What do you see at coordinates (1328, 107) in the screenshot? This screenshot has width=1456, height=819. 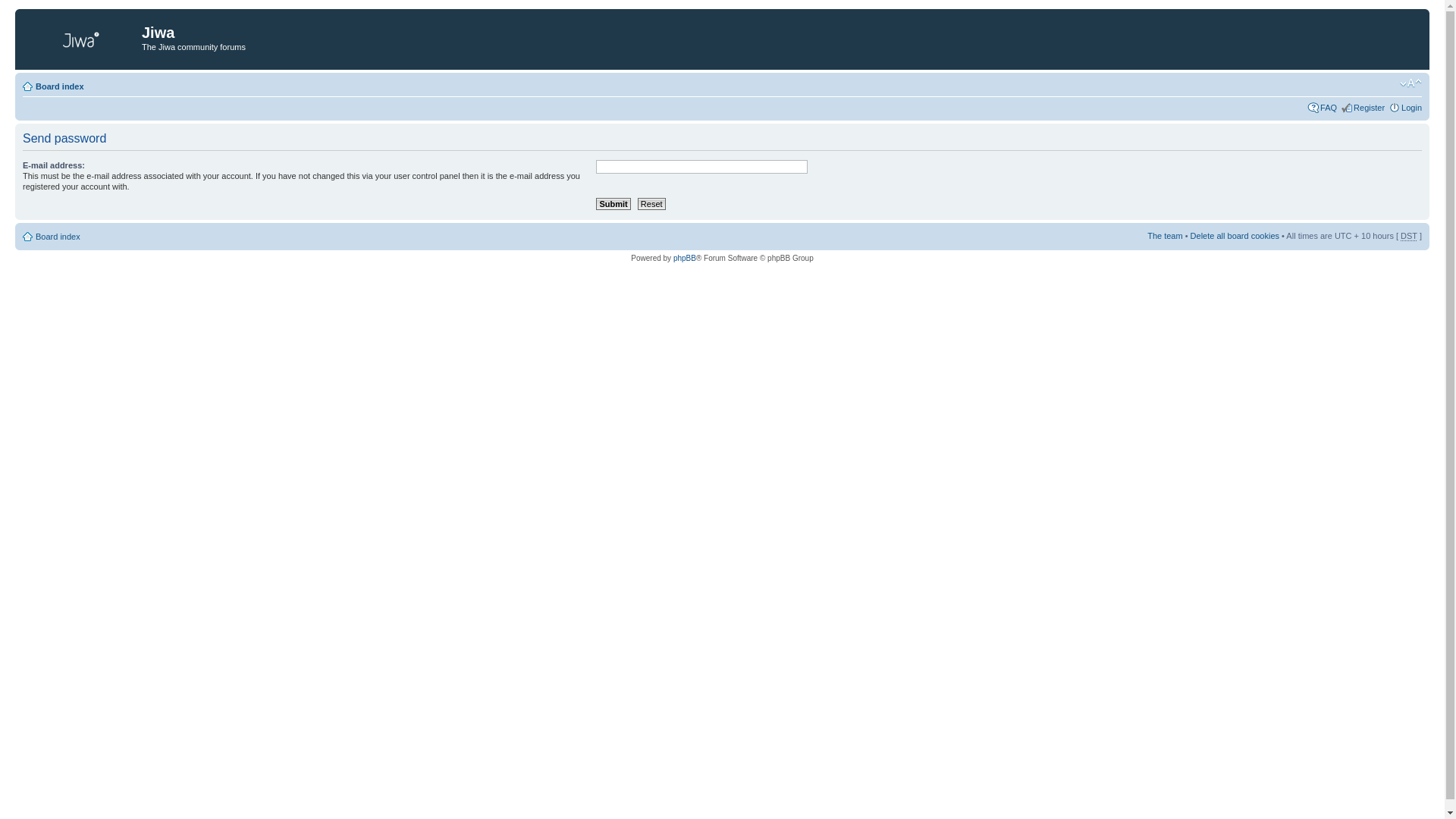 I see `'FAQ'` at bounding box center [1328, 107].